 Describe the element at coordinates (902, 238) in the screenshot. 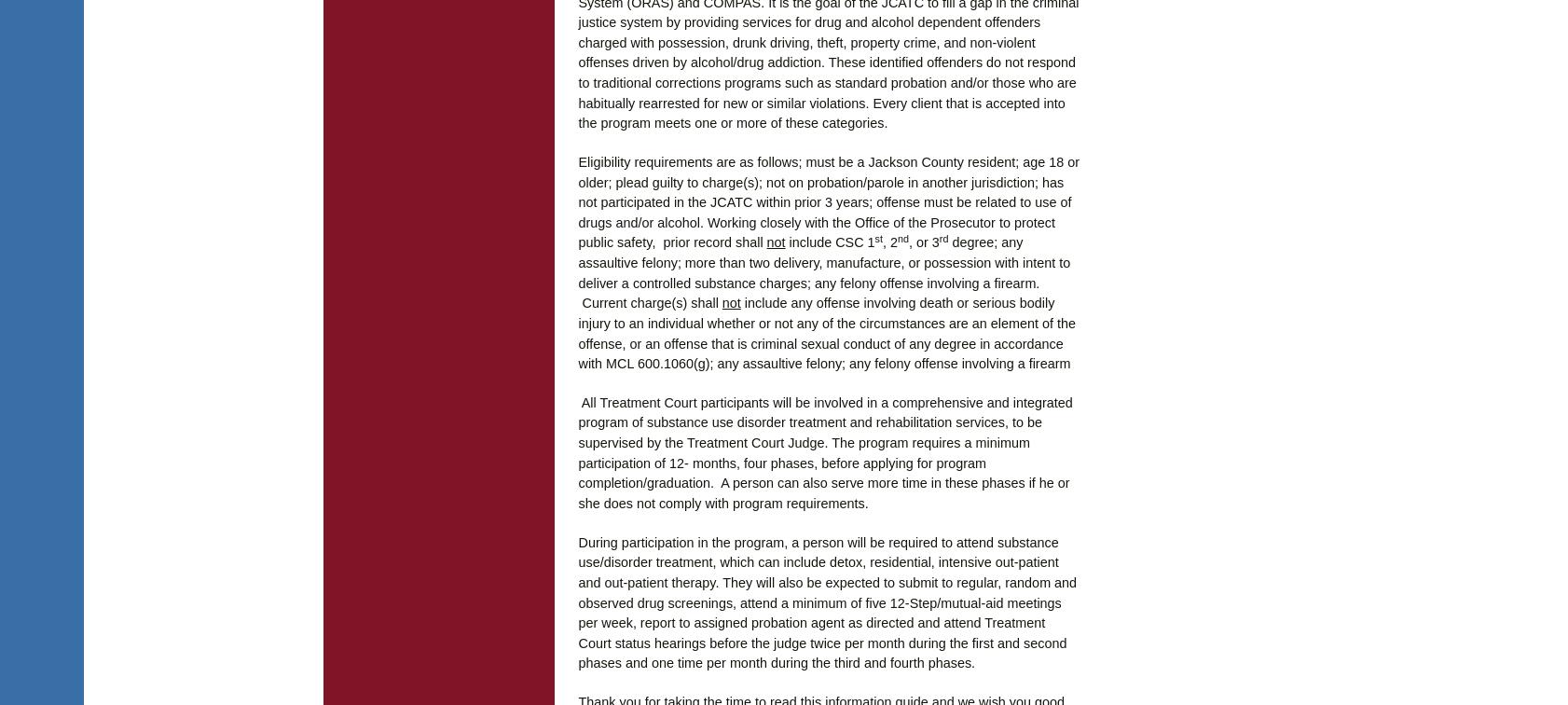

I see `'nd'` at that location.